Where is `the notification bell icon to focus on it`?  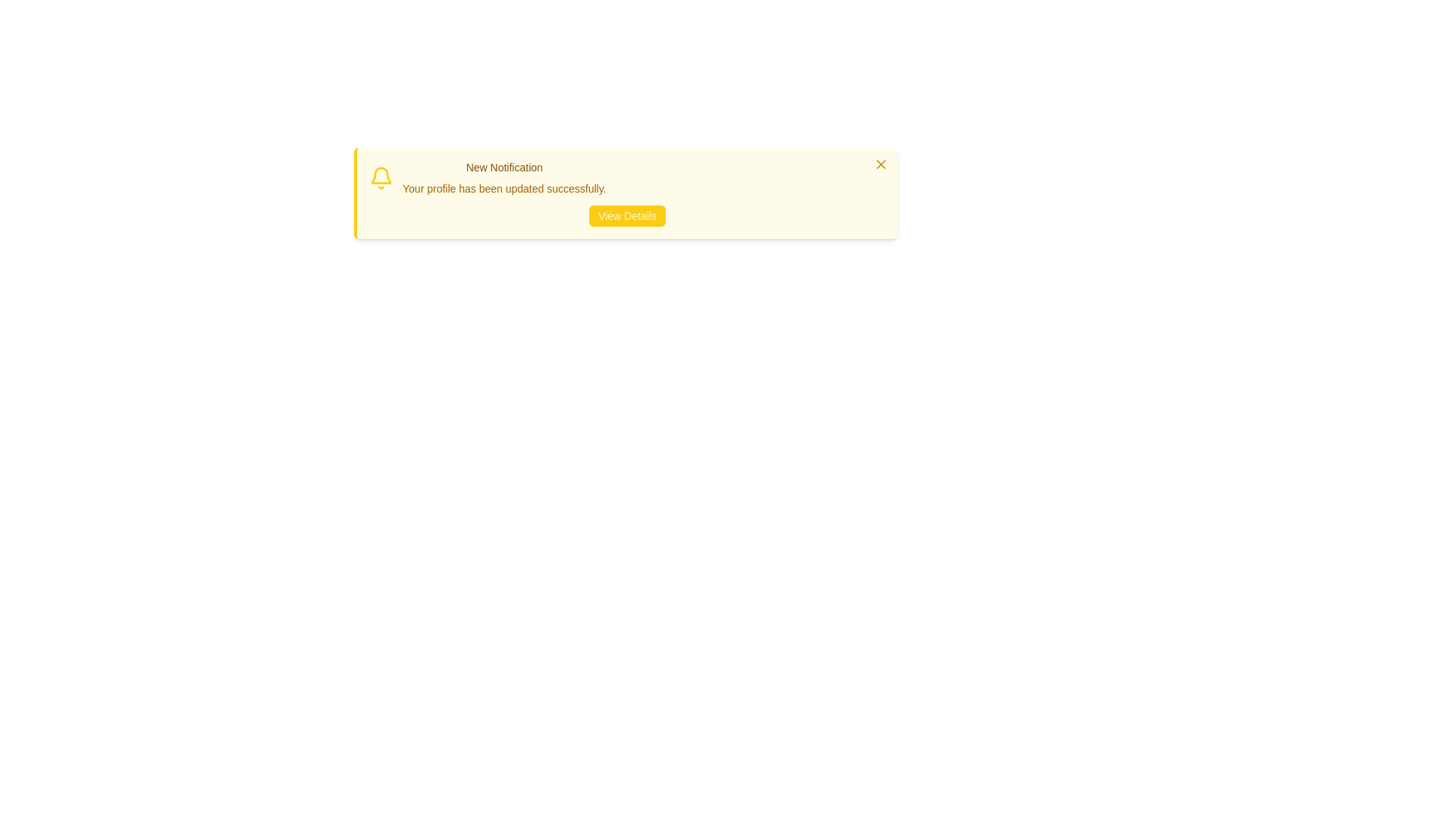 the notification bell icon to focus on it is located at coordinates (381, 177).